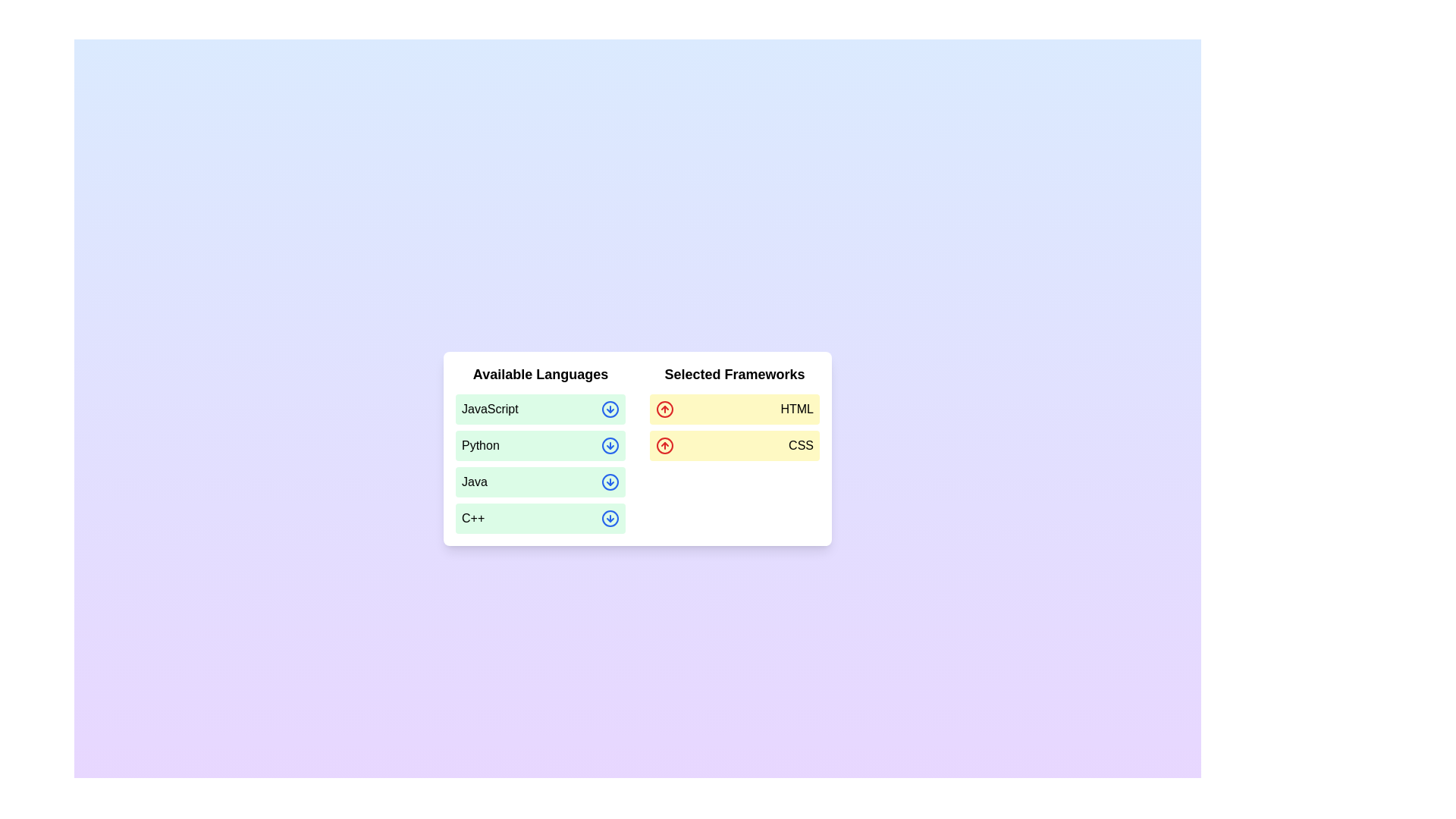 The width and height of the screenshot is (1456, 819). I want to click on the icon corresponding to JavaScript, so click(610, 409).